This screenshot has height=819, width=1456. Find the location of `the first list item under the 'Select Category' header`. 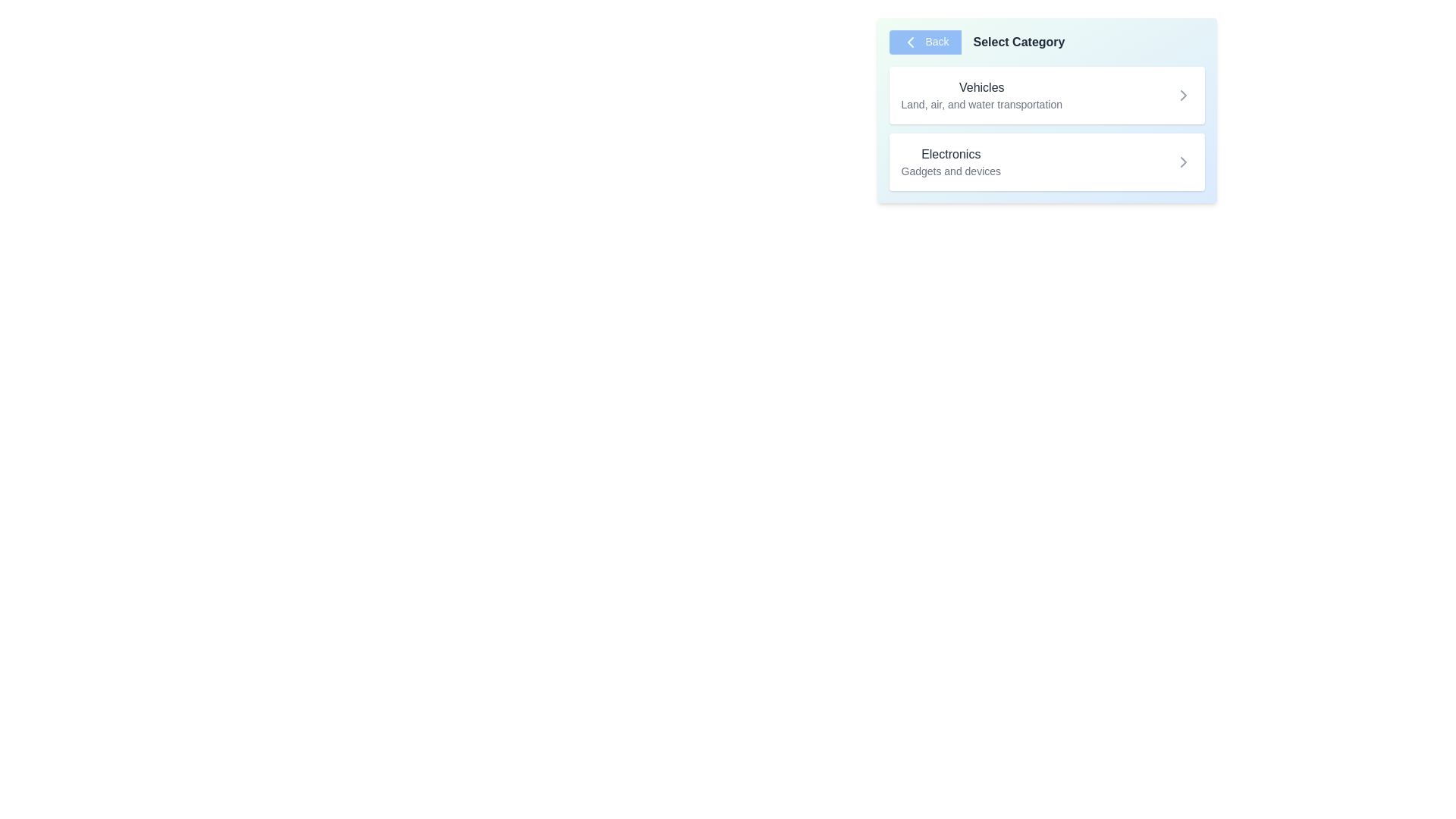

the first list item under the 'Select Category' header is located at coordinates (1046, 110).